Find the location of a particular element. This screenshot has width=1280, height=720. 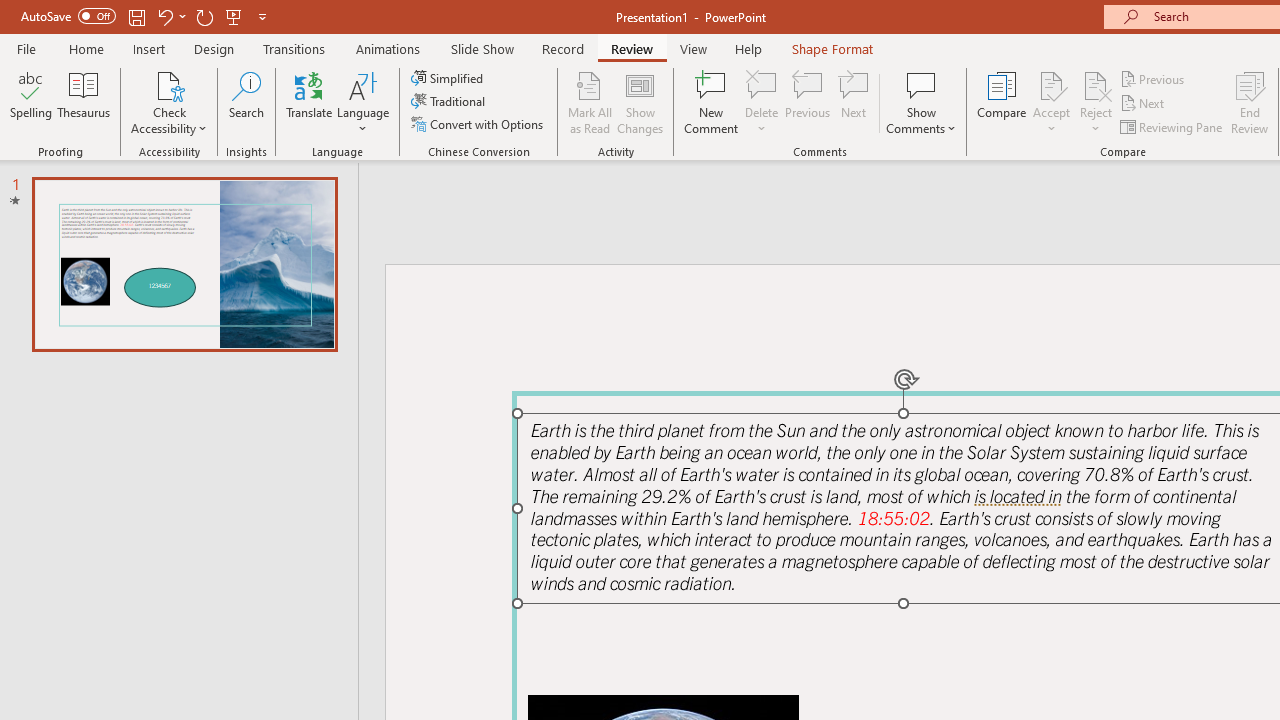

'Accept Change' is located at coordinates (1050, 84).